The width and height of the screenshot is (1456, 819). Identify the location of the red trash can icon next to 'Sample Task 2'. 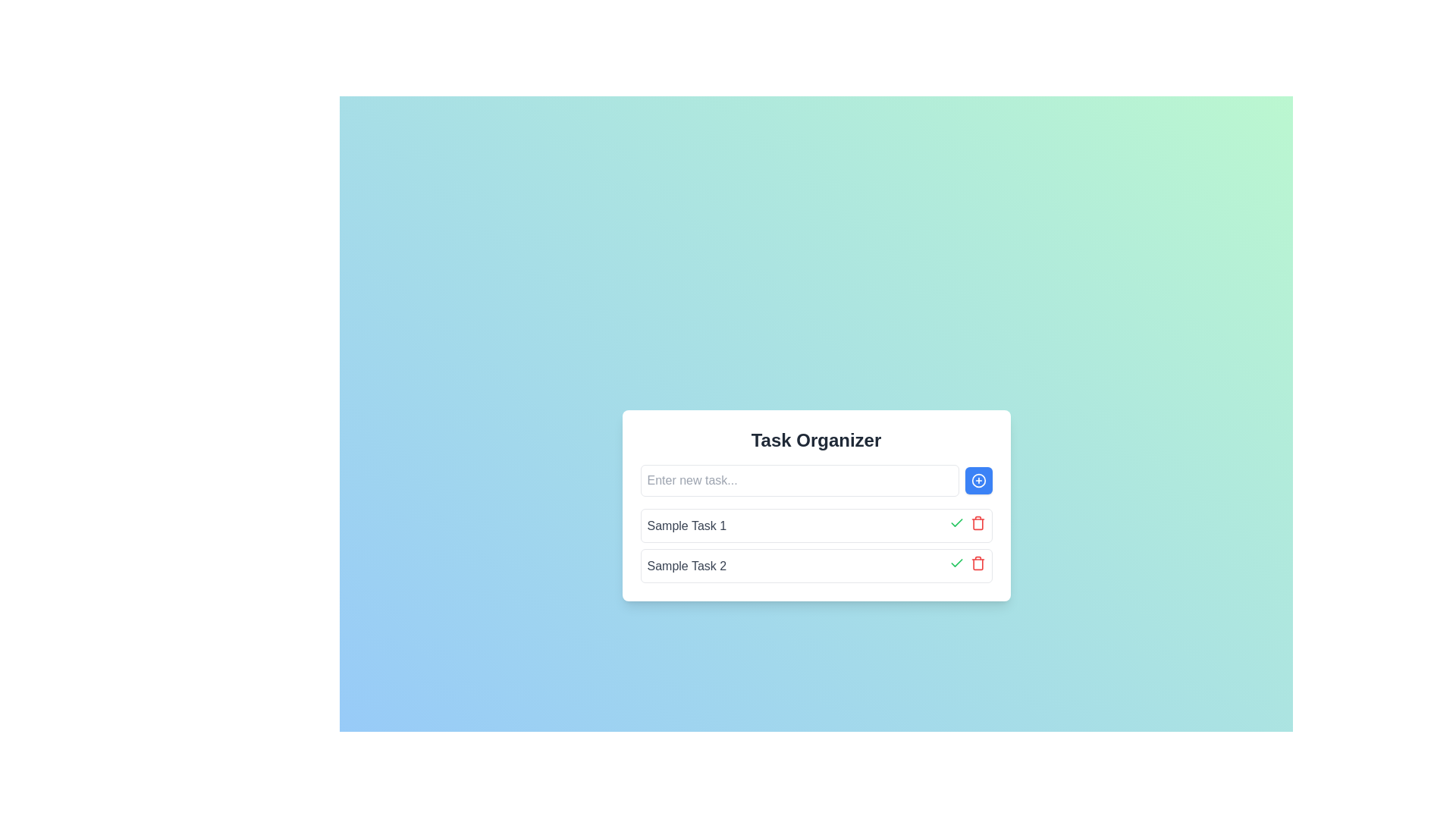
(977, 522).